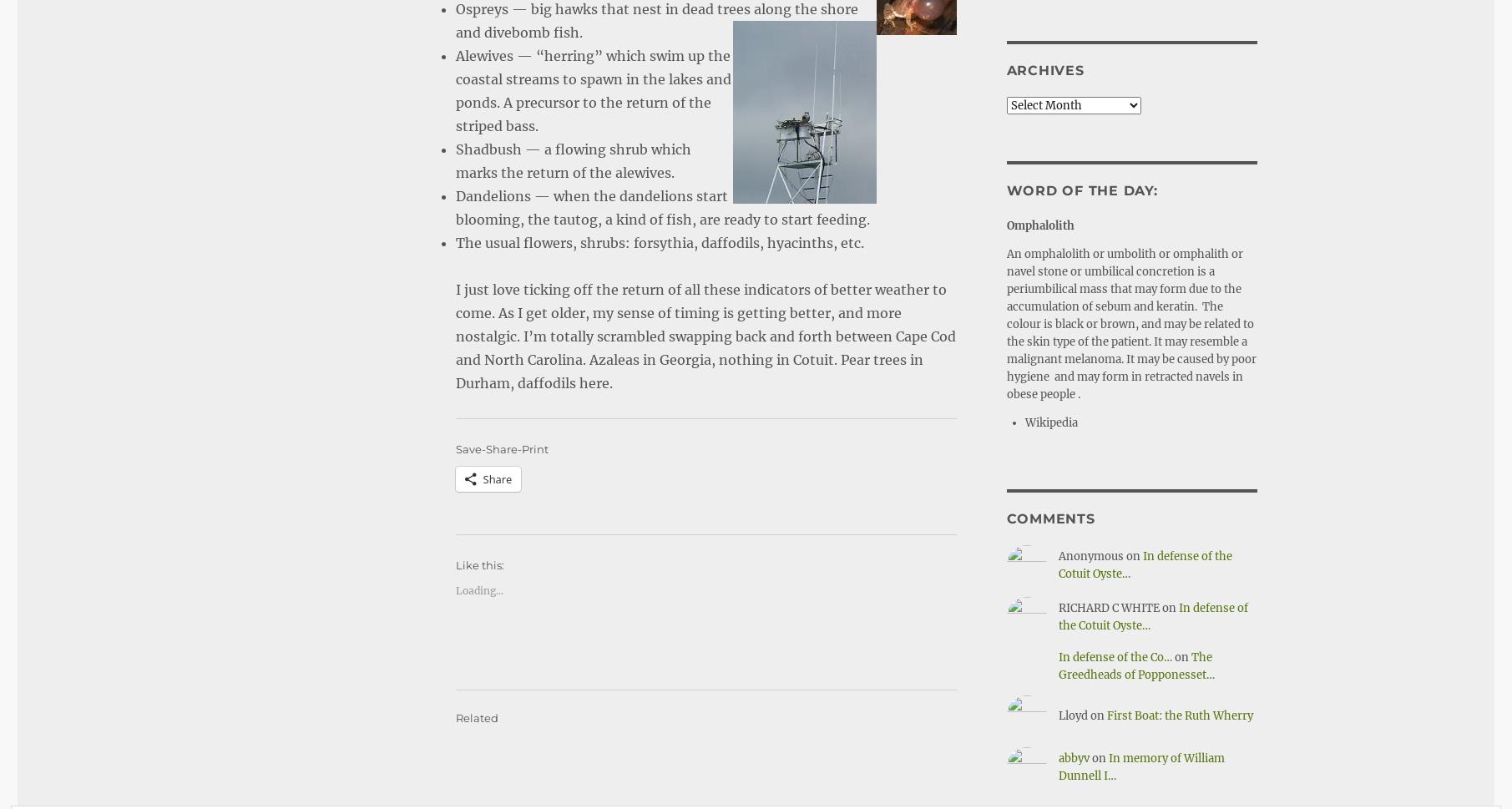  What do you see at coordinates (475, 672) in the screenshot?
I see `'Related'` at bounding box center [475, 672].